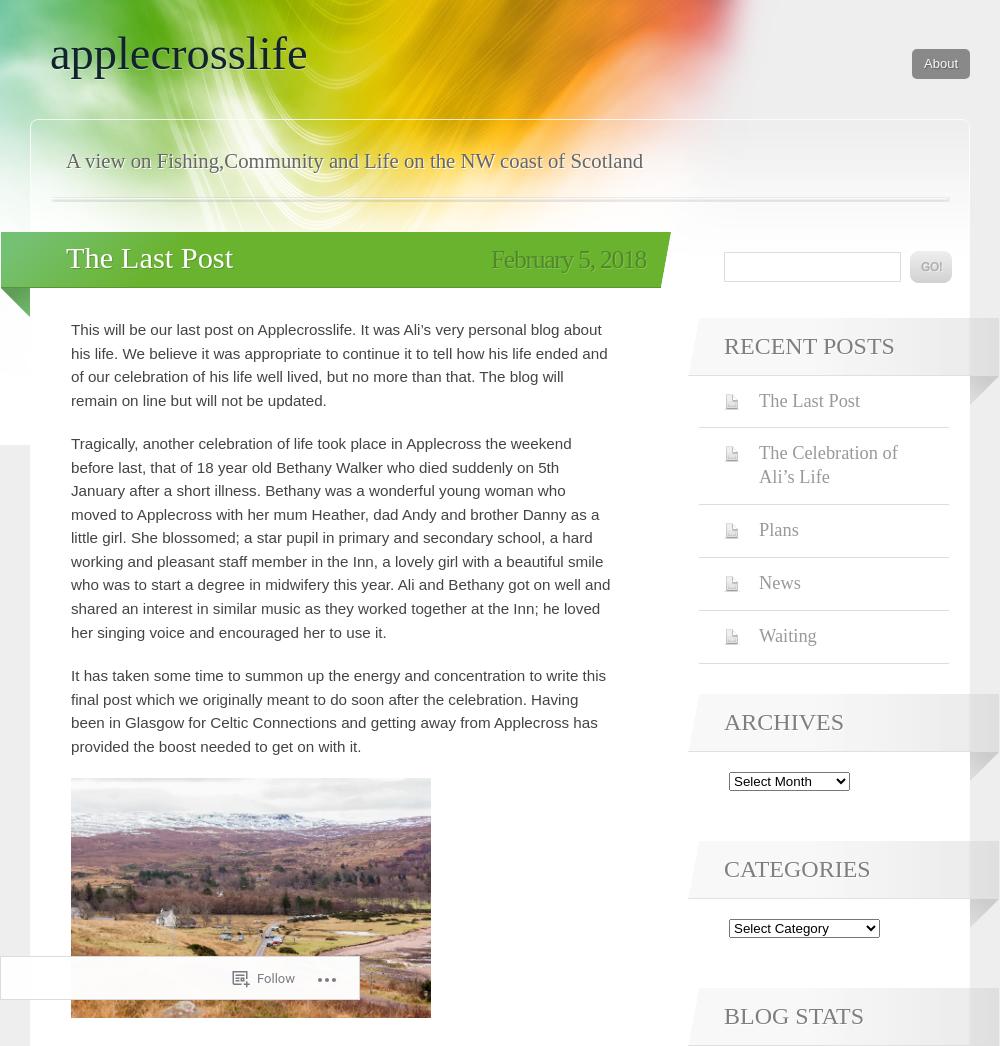  I want to click on 'Blog Stats', so click(794, 1015).